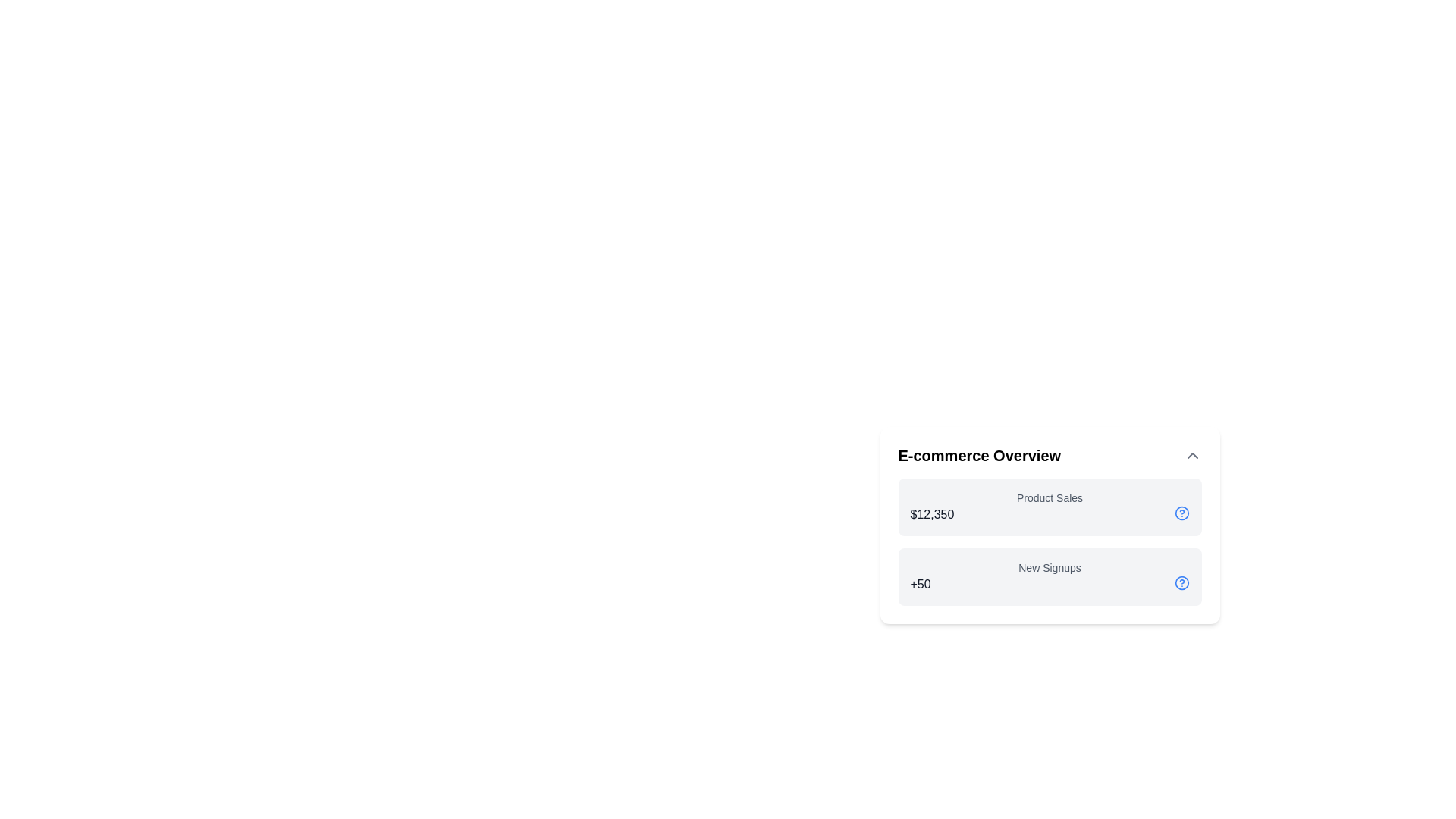 Image resolution: width=1456 pixels, height=819 pixels. I want to click on the section header titled 'E-commerce Overview' which includes a toggle button on the right side, so click(1049, 455).